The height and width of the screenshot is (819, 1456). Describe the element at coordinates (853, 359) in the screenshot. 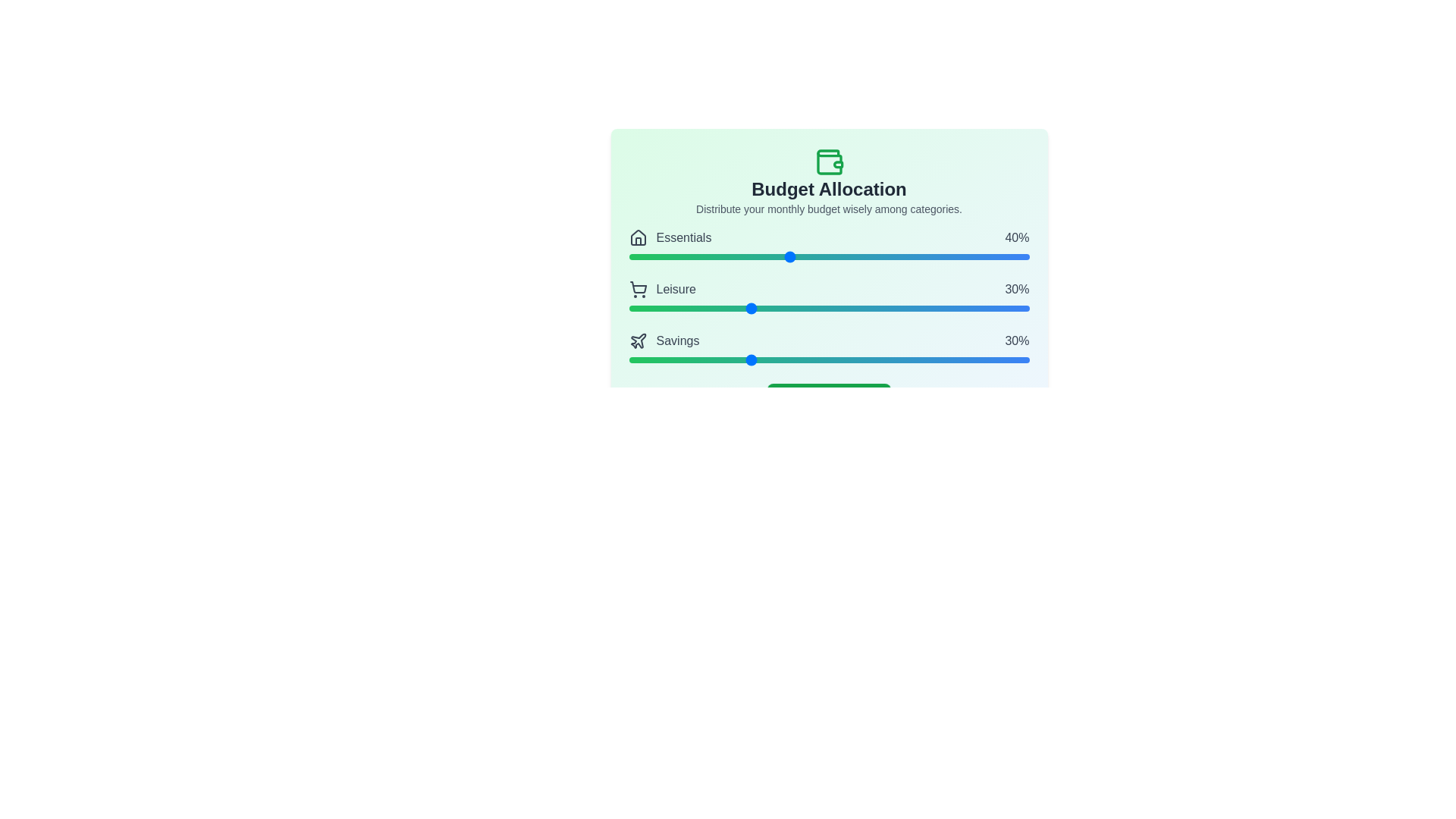

I see `the 'Savings' slider to set its value to 56` at that location.